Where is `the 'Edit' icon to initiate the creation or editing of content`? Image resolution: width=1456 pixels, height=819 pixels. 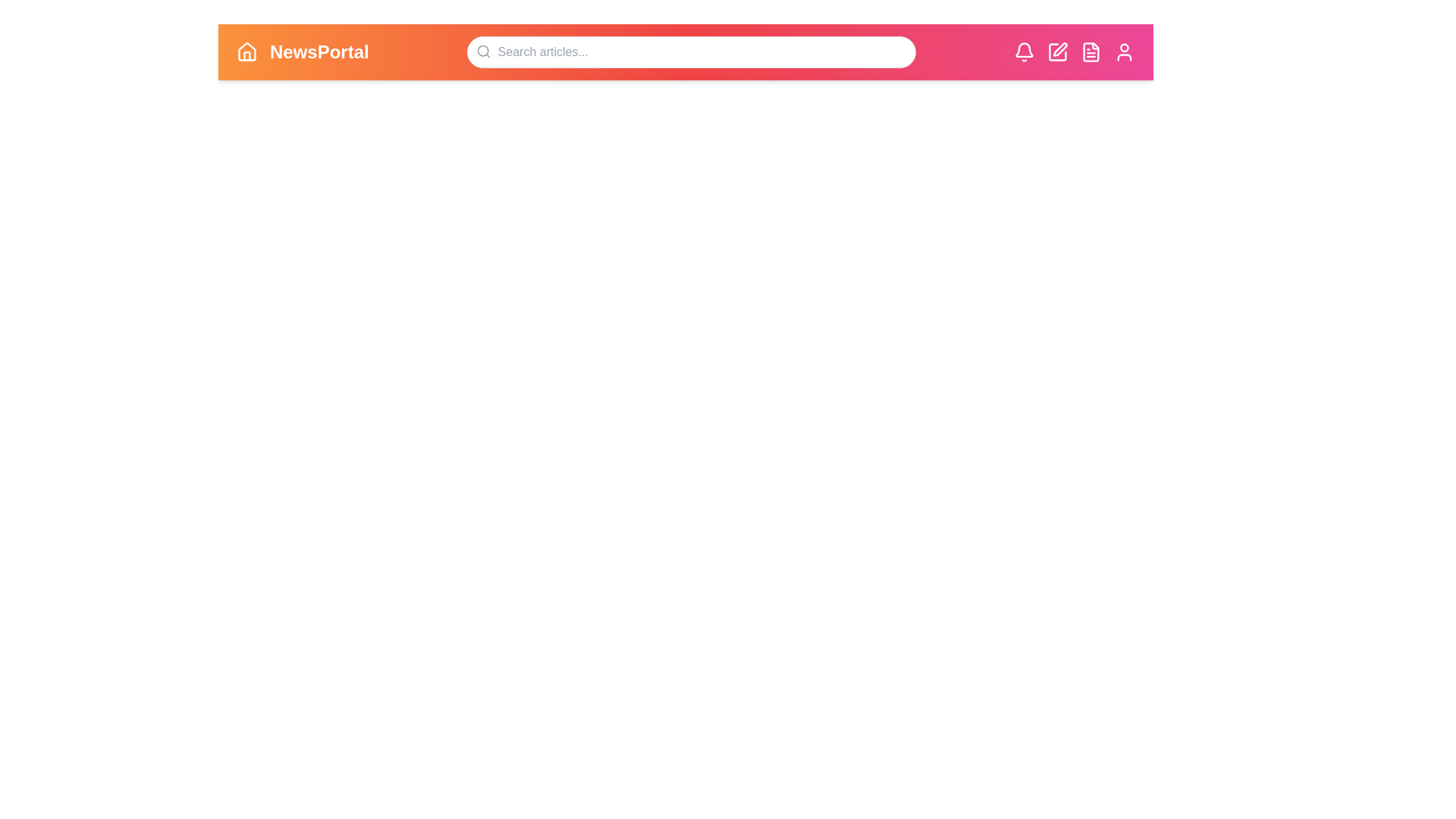
the 'Edit' icon to initiate the creation or editing of content is located at coordinates (1057, 52).